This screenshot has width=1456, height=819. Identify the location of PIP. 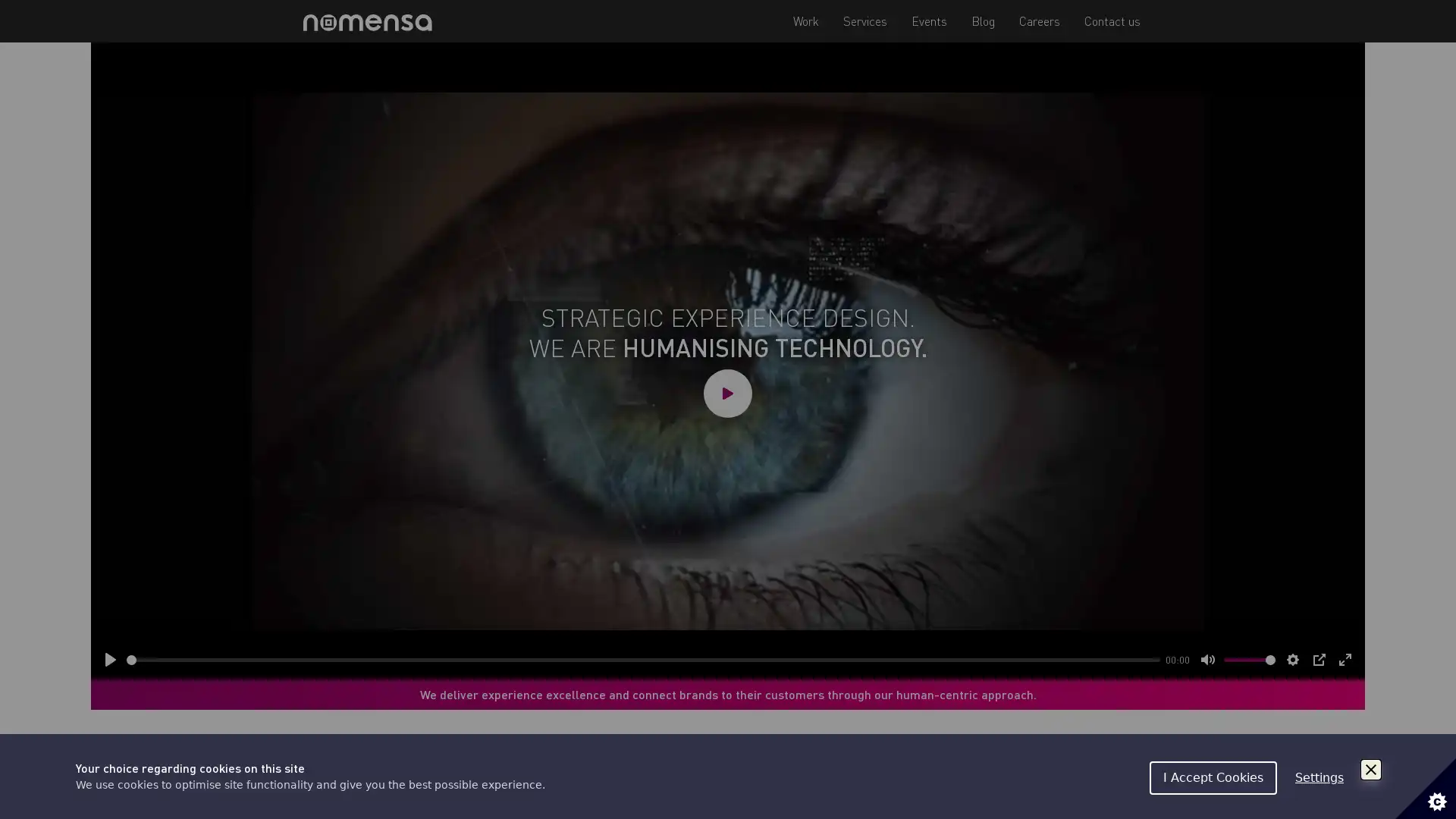
(1317, 659).